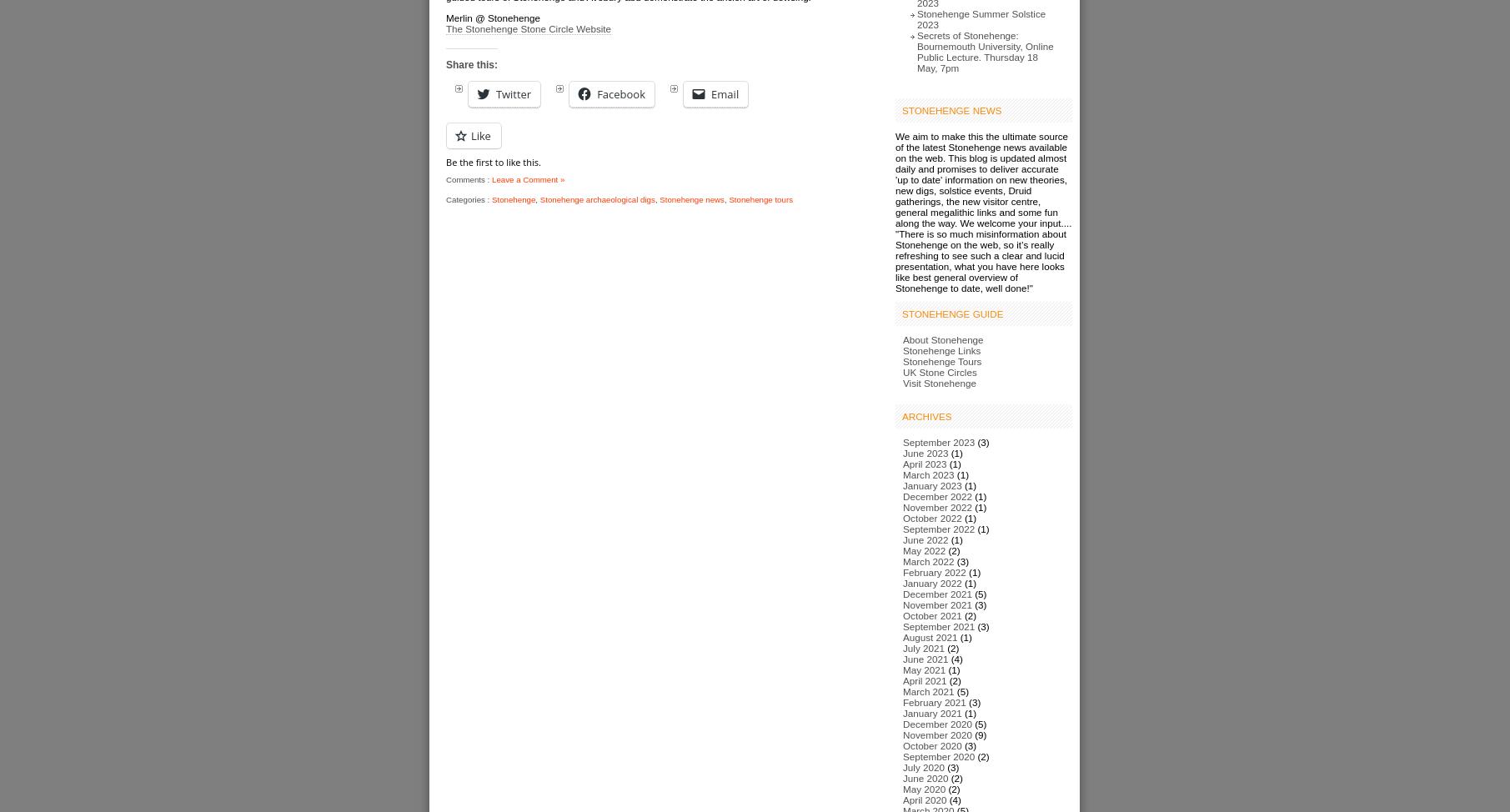  Describe the element at coordinates (938, 371) in the screenshot. I see `'UK Stone Circles'` at that location.